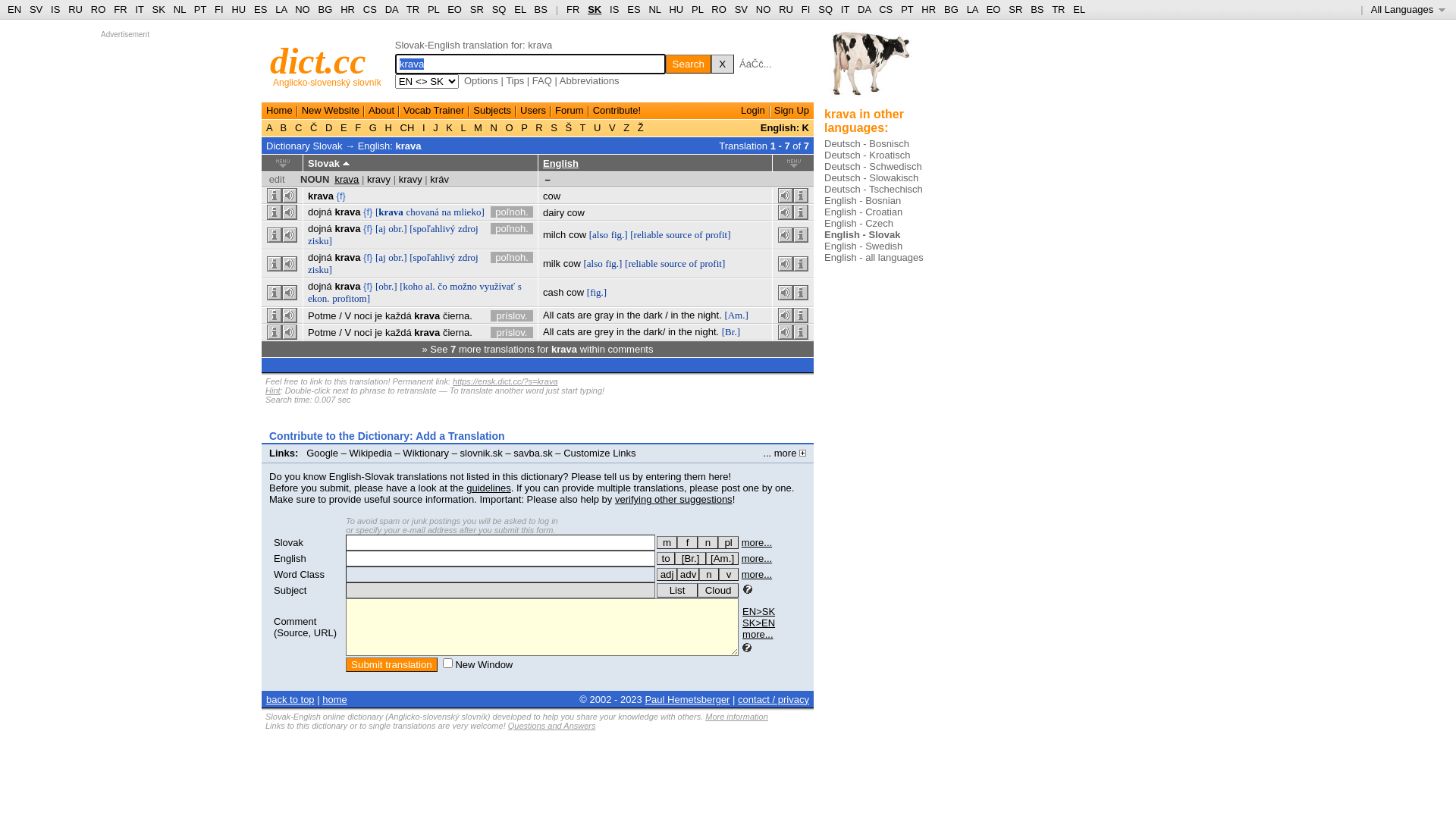  I want to click on 'Home', so click(279, 109).